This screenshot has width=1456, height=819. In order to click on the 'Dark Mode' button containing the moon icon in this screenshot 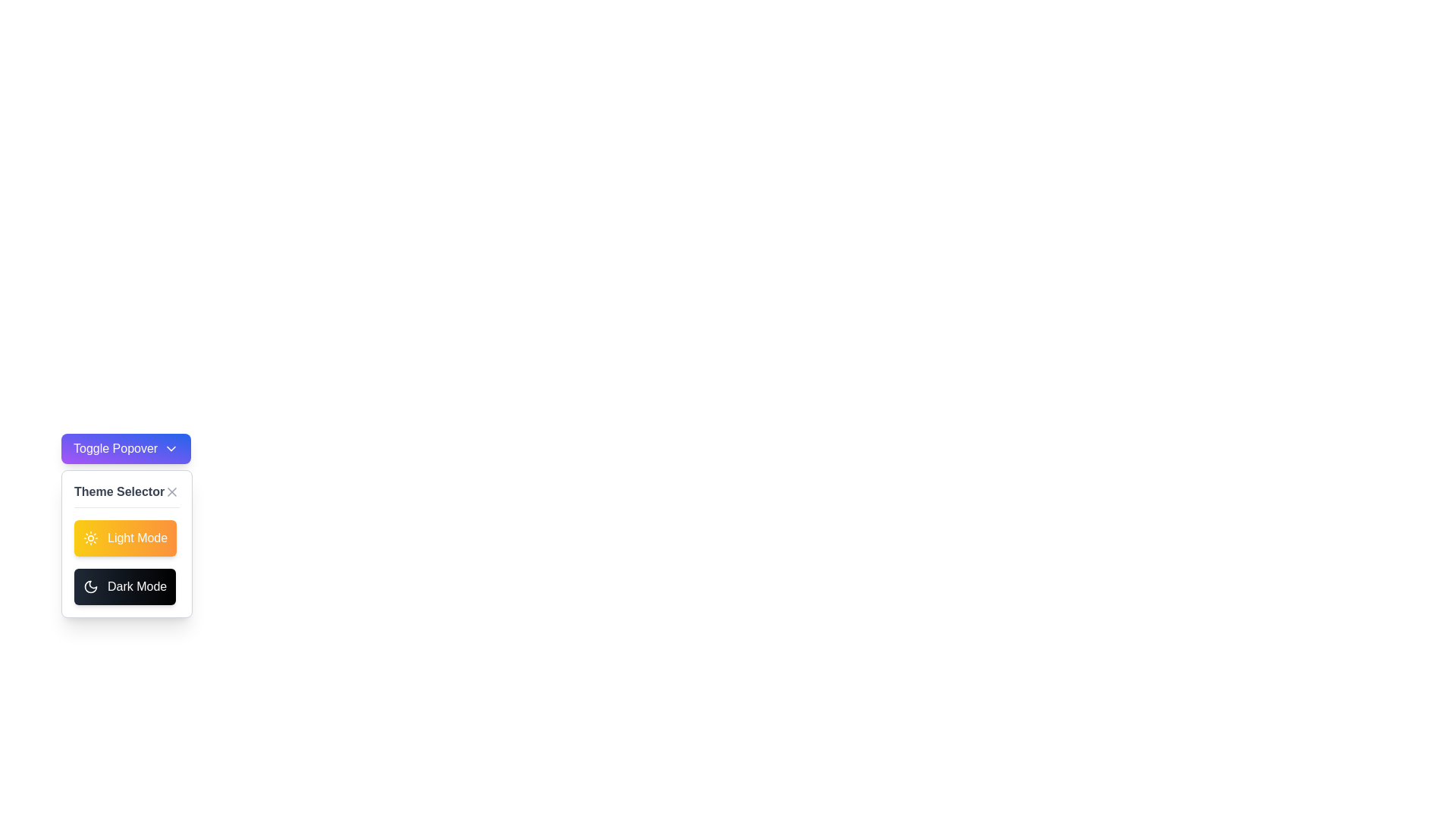, I will do `click(90, 586)`.